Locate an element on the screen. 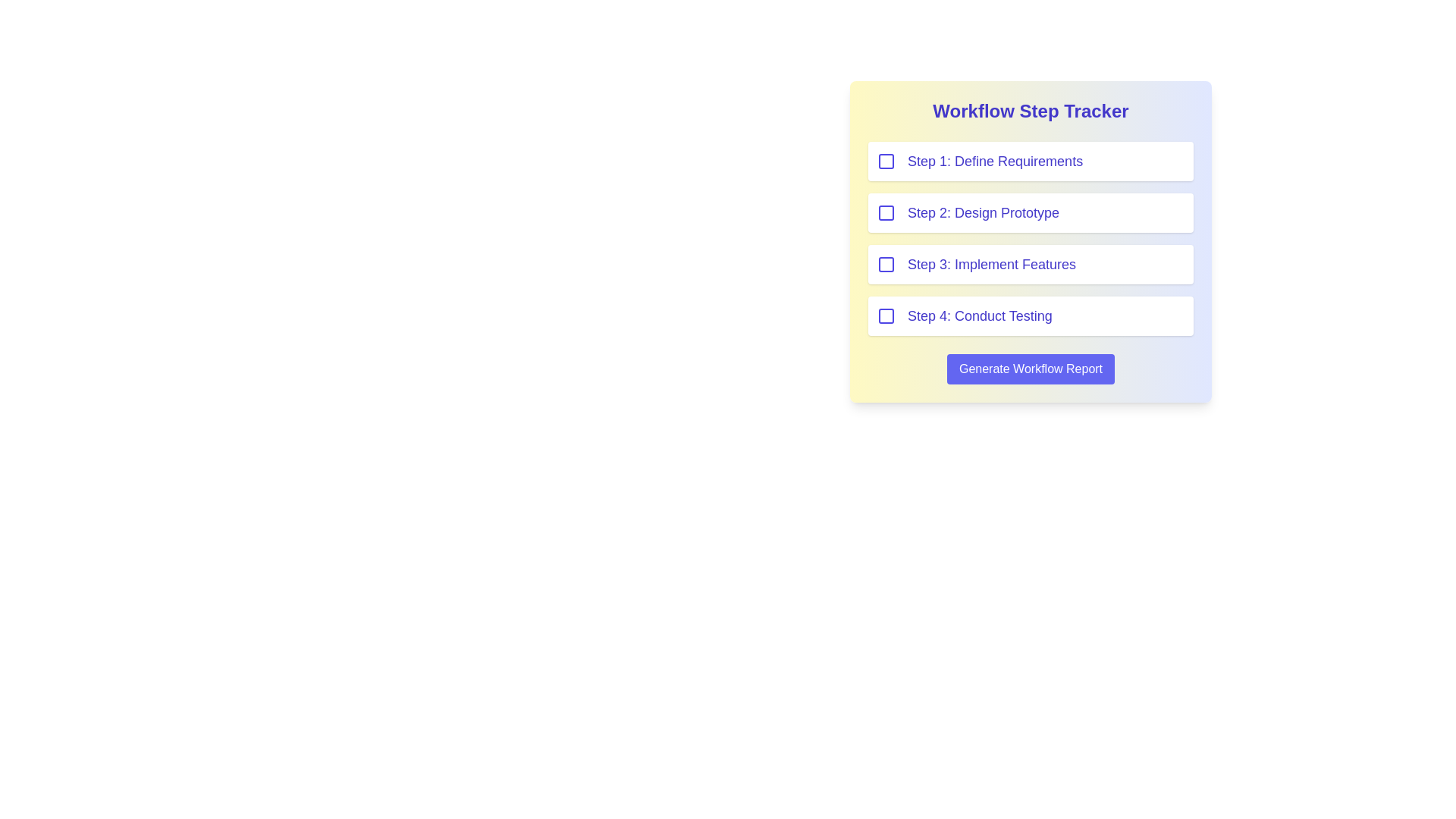  the text label indicating the fourth step in the workflow process, which is located in a white box with rounded corners on the right side of the interface is located at coordinates (980, 315).